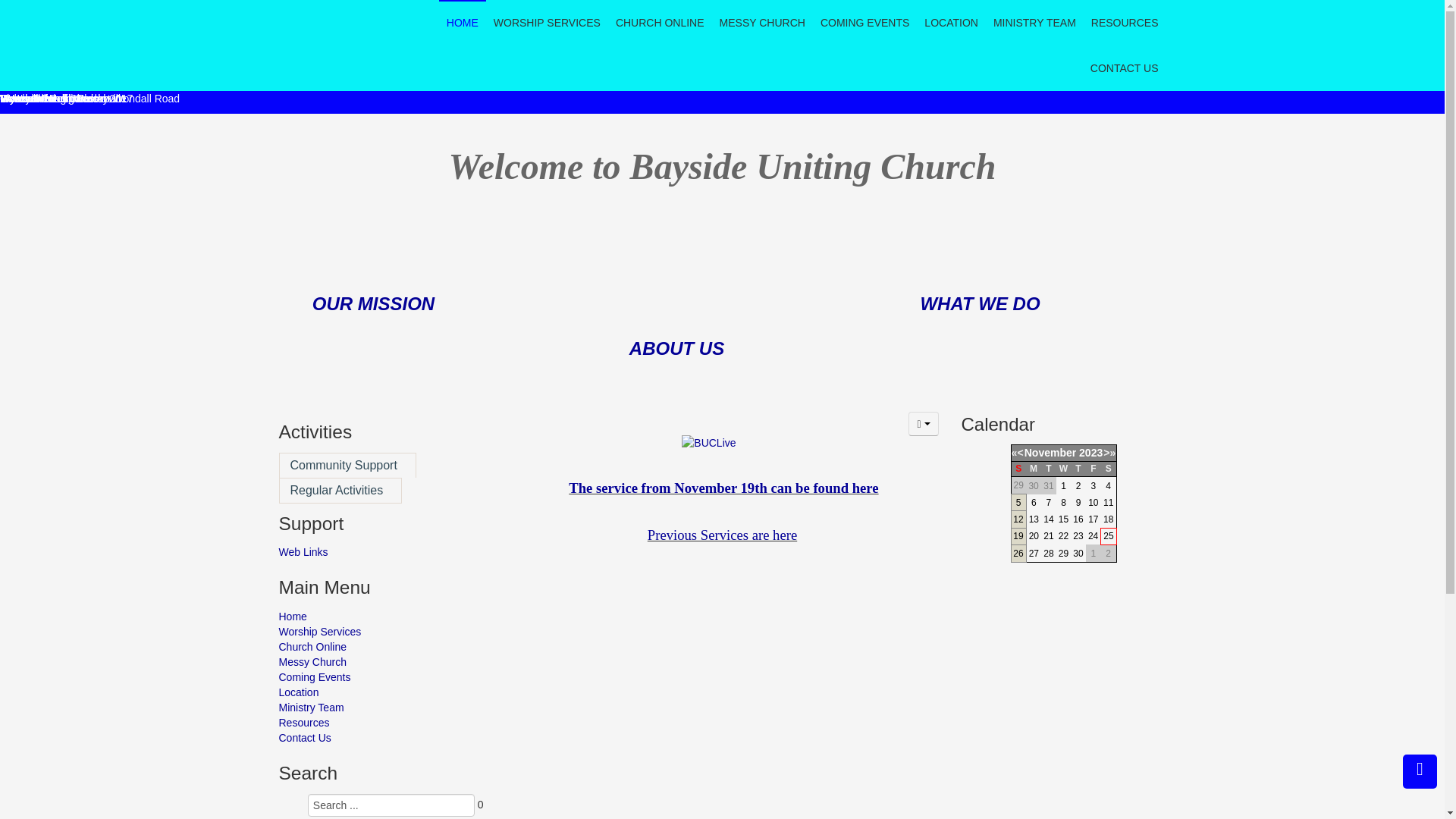 This screenshot has height=819, width=1456. I want to click on '4', so click(1108, 485).